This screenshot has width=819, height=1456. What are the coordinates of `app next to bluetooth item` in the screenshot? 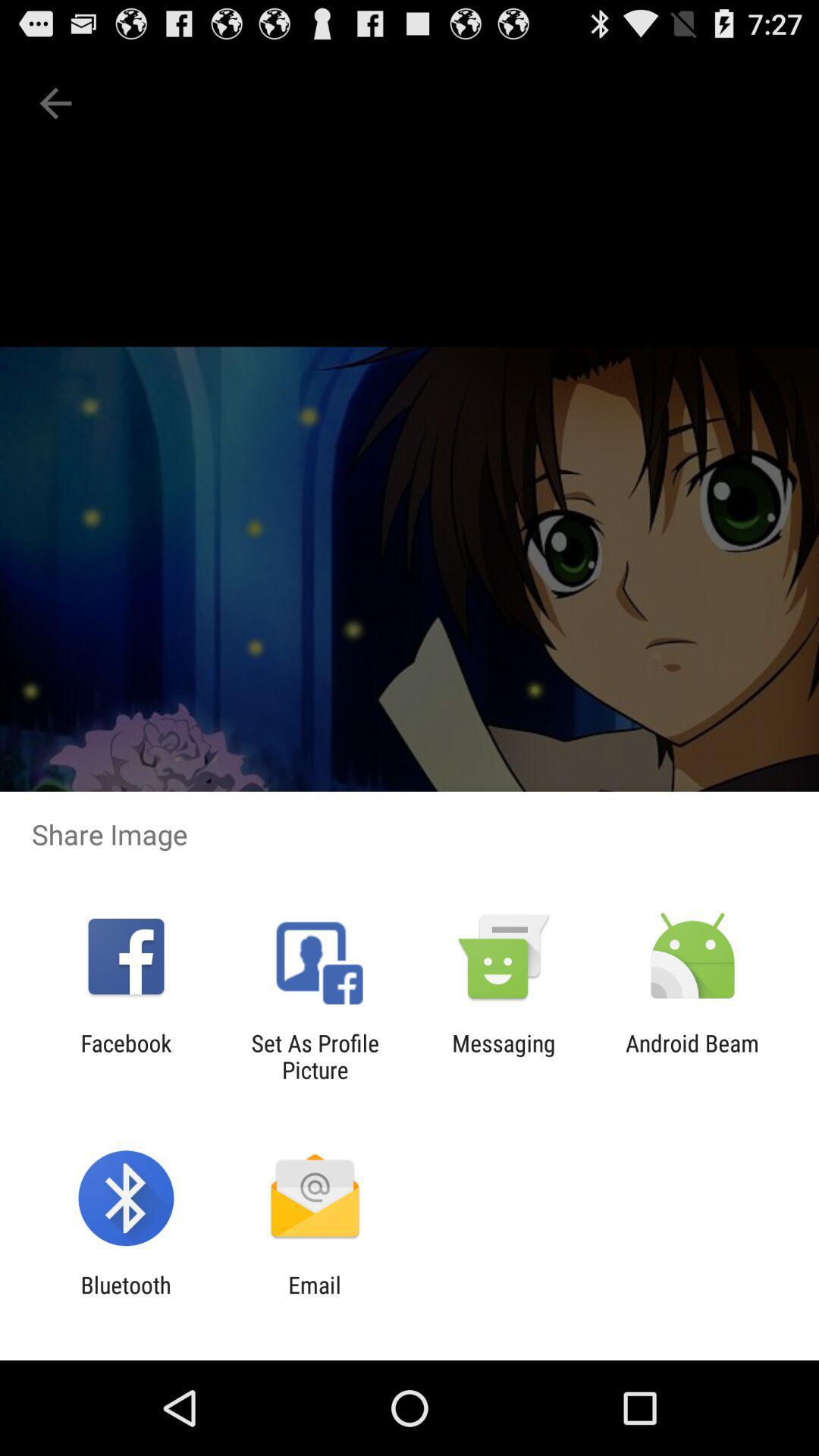 It's located at (314, 1298).